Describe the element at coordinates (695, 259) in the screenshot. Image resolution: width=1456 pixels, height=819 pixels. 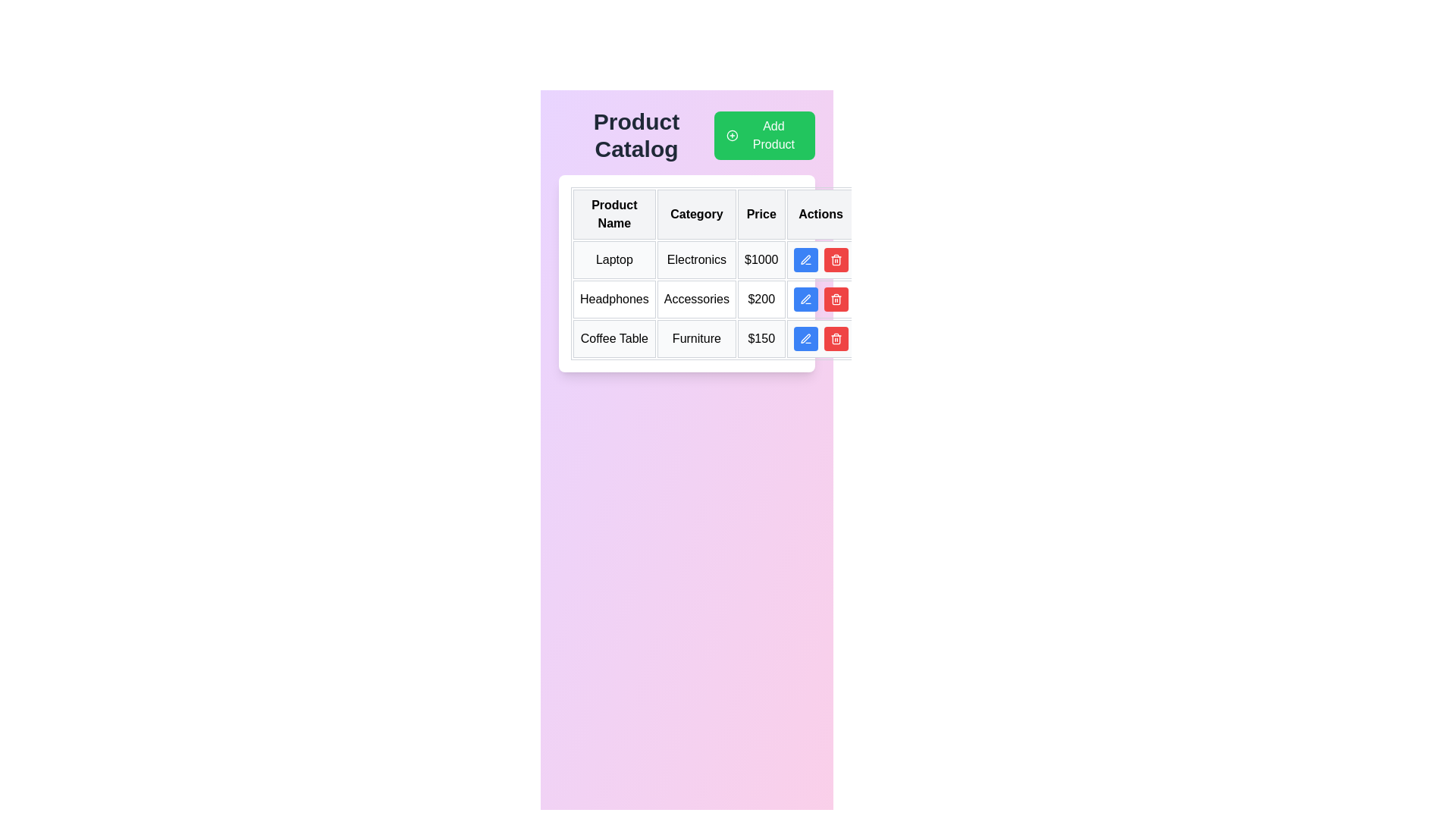
I see `the table cell` at that location.